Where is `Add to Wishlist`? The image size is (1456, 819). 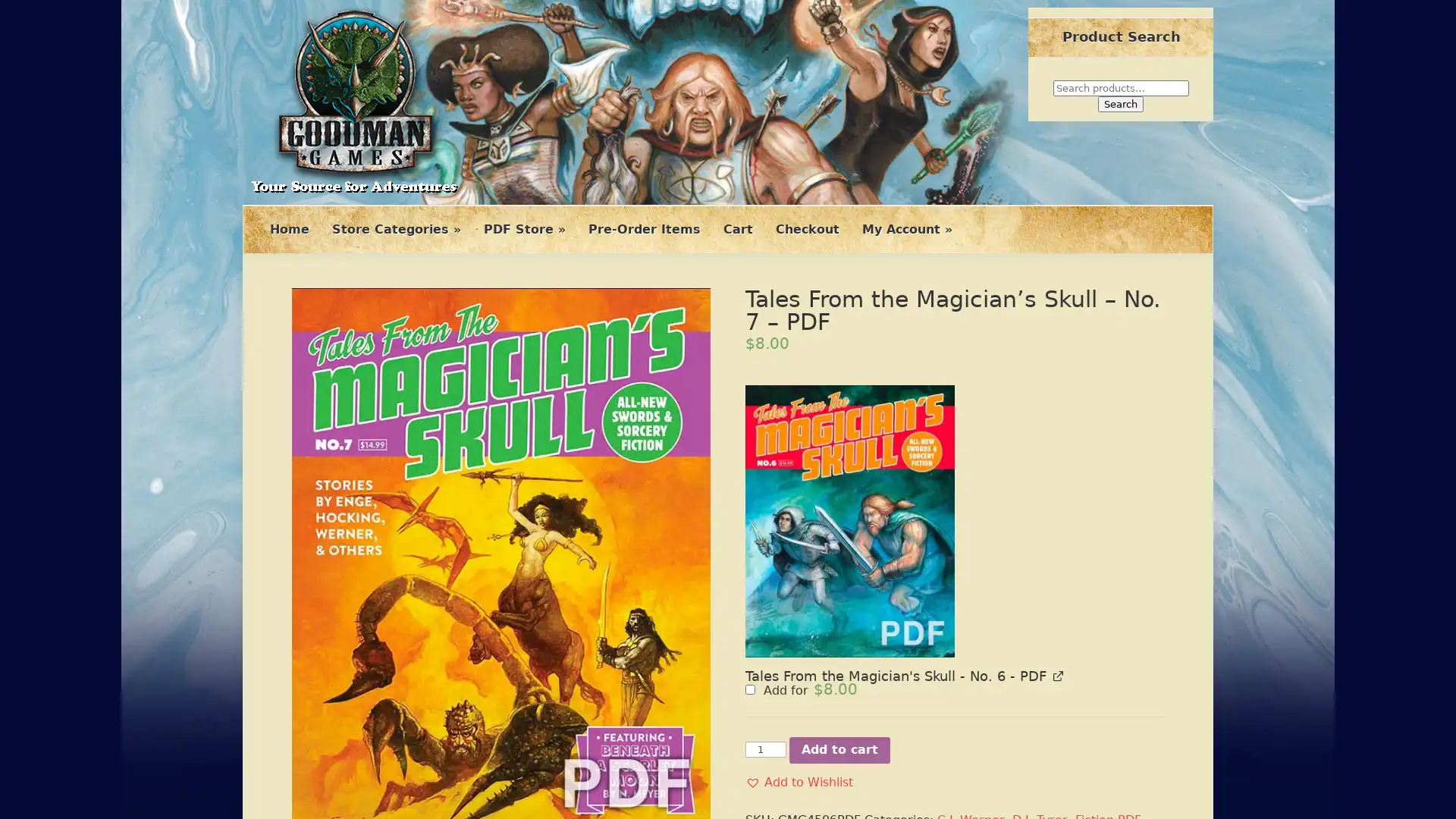
Add to Wishlist is located at coordinates (799, 579).